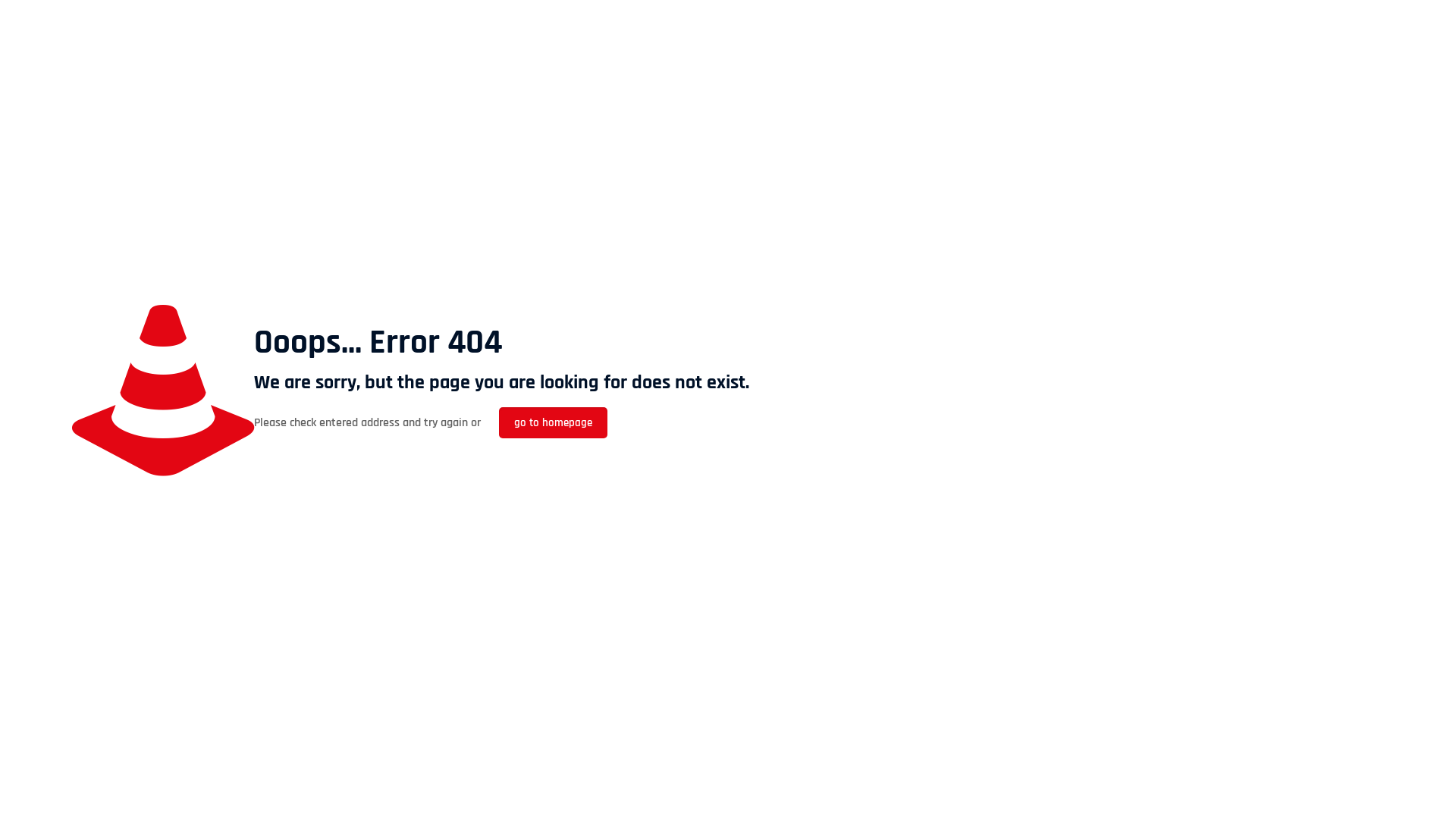 The width and height of the screenshot is (1456, 819). What do you see at coordinates (552, 422) in the screenshot?
I see `'go to homepage'` at bounding box center [552, 422].